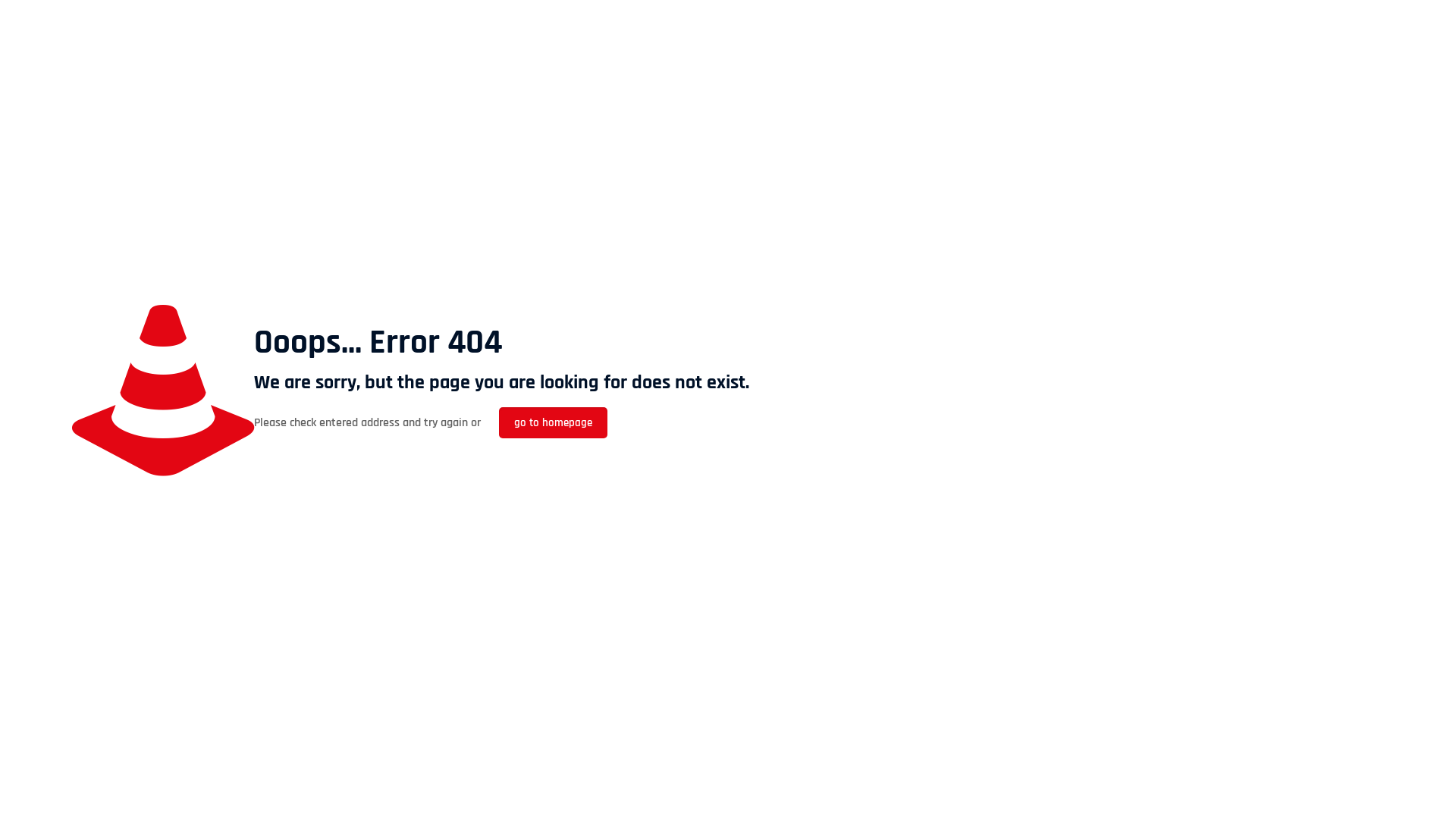 The width and height of the screenshot is (1456, 819). What do you see at coordinates (552, 422) in the screenshot?
I see `'go to homepage'` at bounding box center [552, 422].